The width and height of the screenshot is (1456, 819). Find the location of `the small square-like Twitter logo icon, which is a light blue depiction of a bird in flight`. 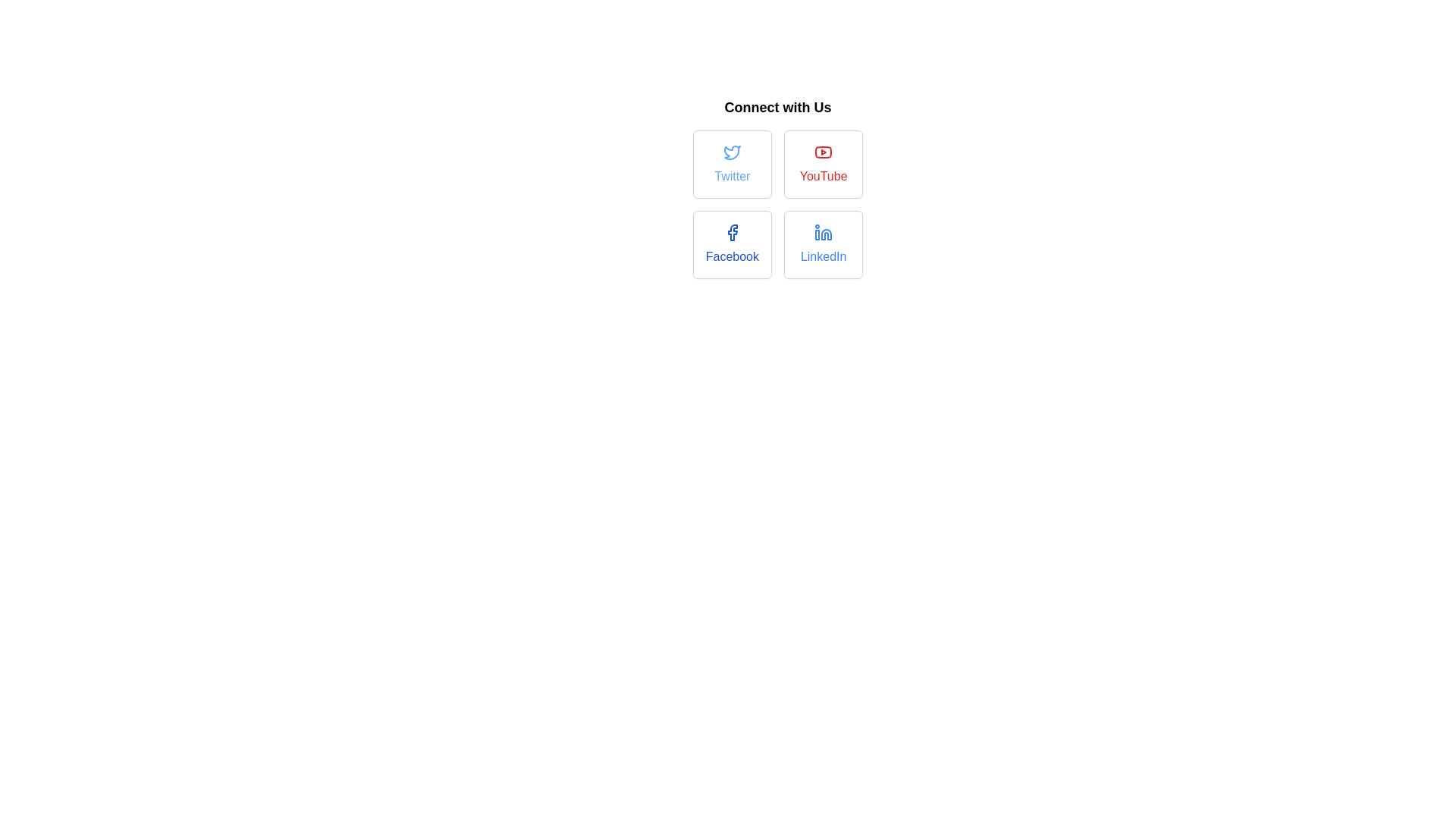

the small square-like Twitter logo icon, which is a light blue depiction of a bird in flight is located at coordinates (732, 152).